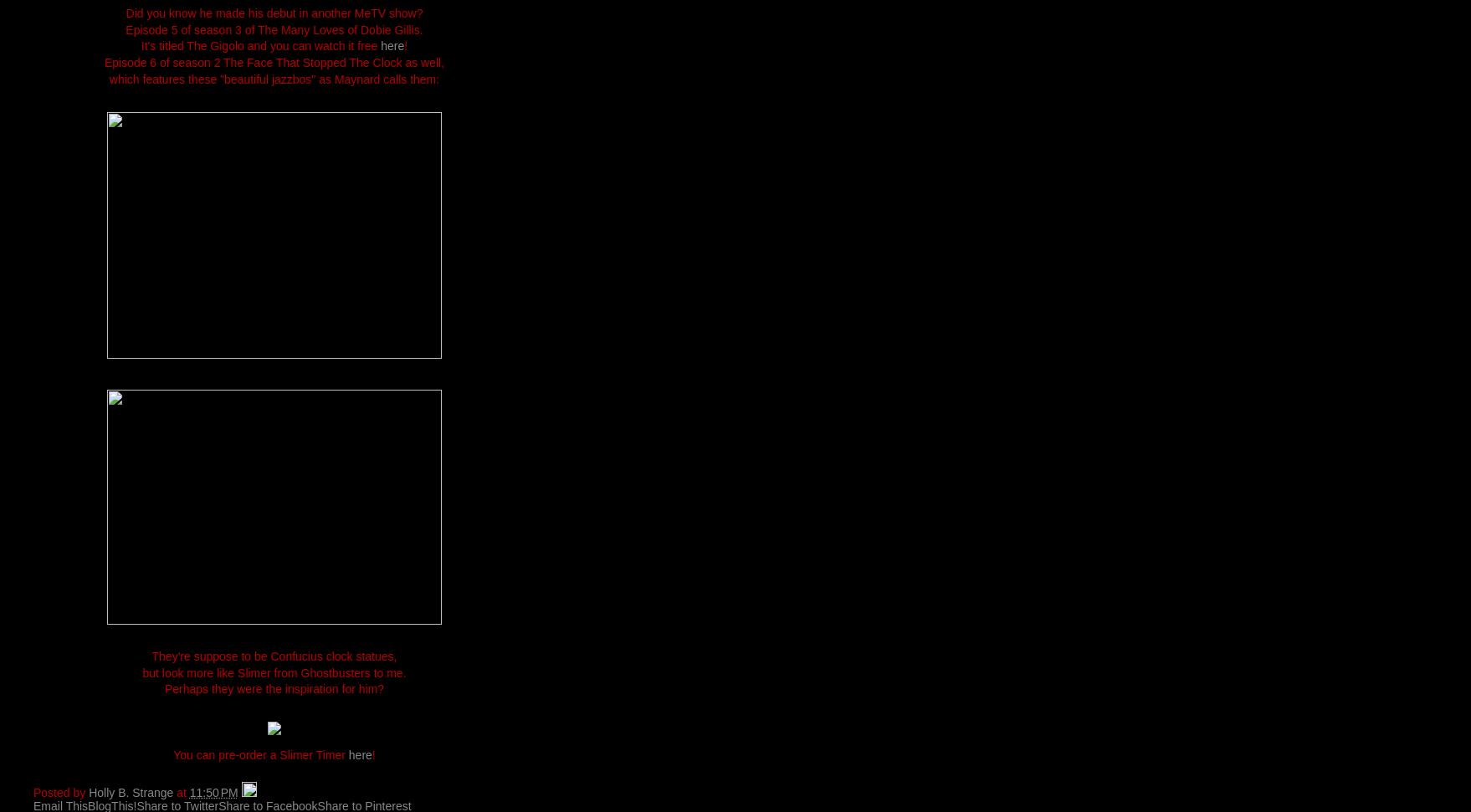 The height and width of the screenshot is (812, 1471). What do you see at coordinates (130, 791) in the screenshot?
I see `'Holly B. Strange'` at bounding box center [130, 791].